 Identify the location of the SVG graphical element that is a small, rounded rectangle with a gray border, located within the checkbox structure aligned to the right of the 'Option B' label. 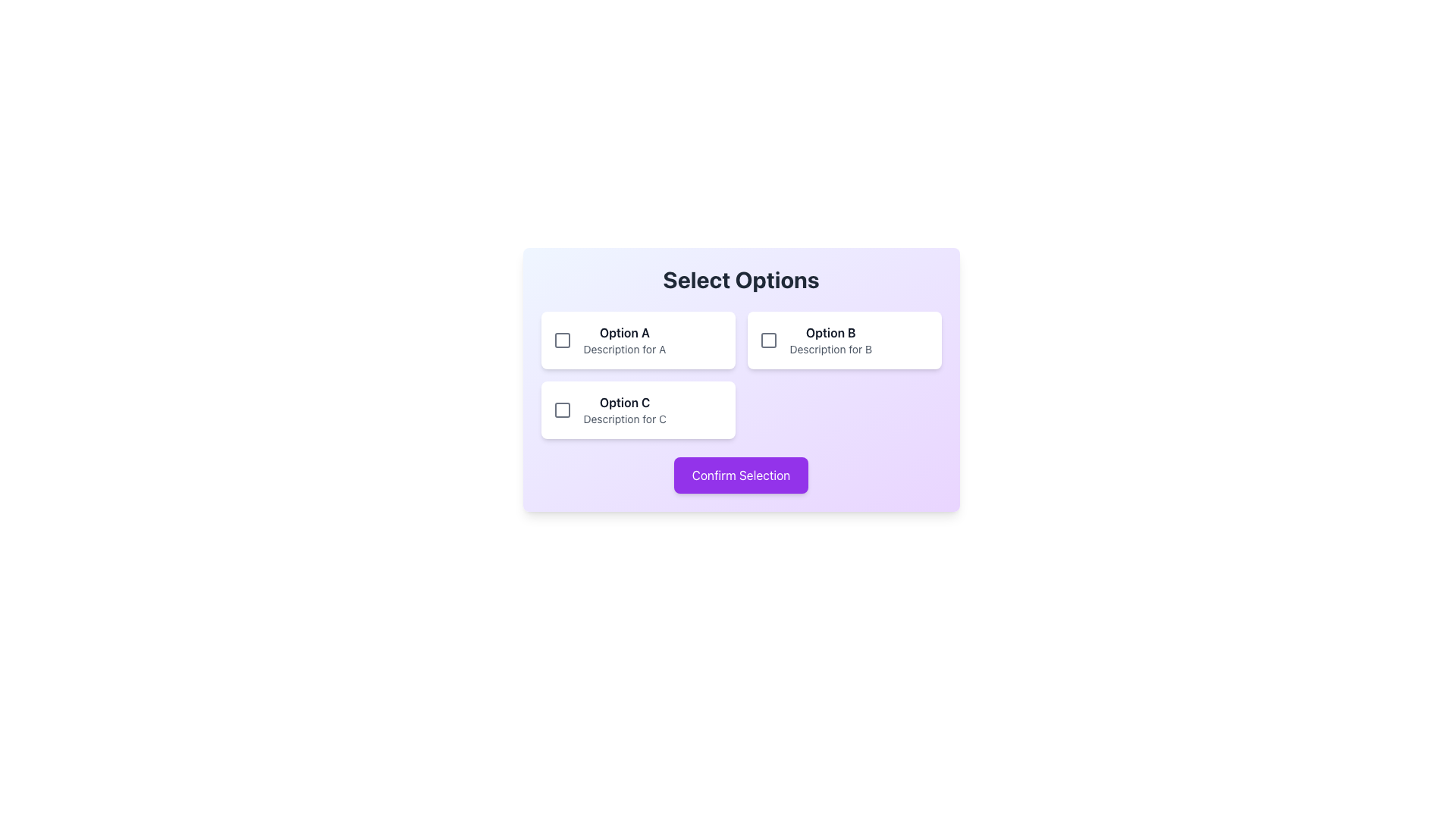
(768, 339).